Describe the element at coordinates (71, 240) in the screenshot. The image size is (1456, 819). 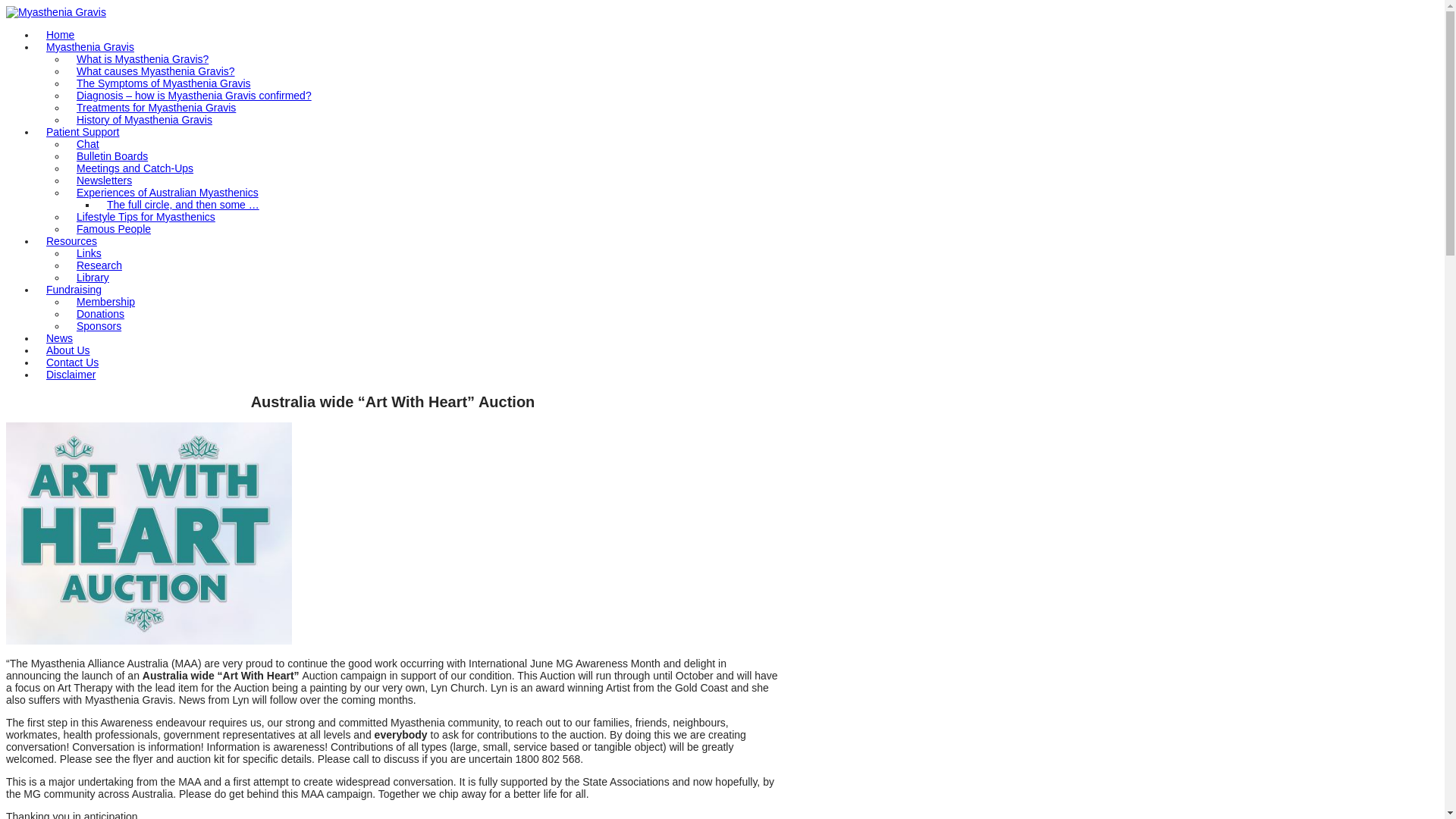
I see `'Resources'` at that location.